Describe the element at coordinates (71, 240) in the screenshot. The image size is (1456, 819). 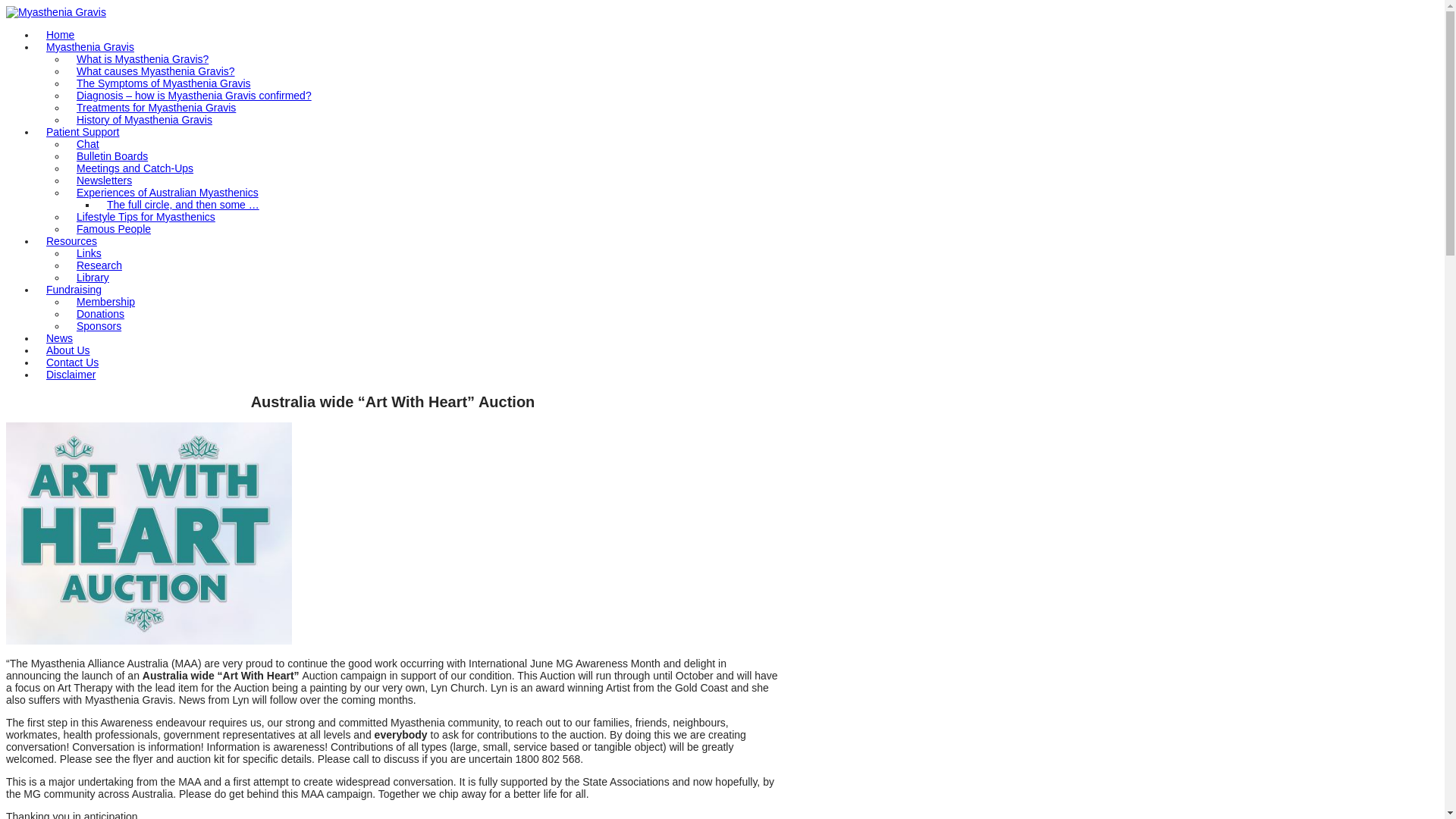
I see `'Resources'` at that location.